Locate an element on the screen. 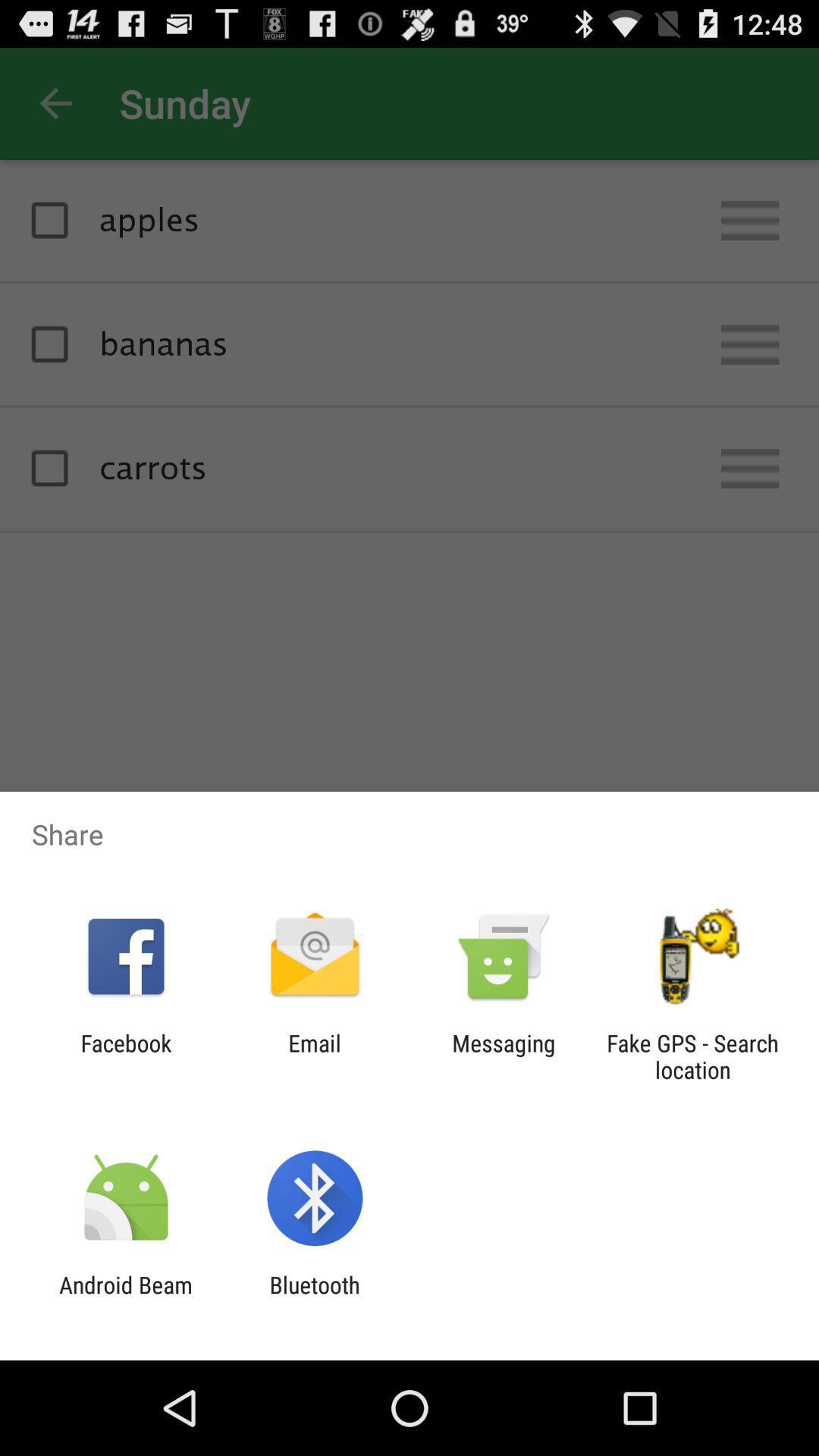 The width and height of the screenshot is (819, 1456). android beam icon is located at coordinates (125, 1298).